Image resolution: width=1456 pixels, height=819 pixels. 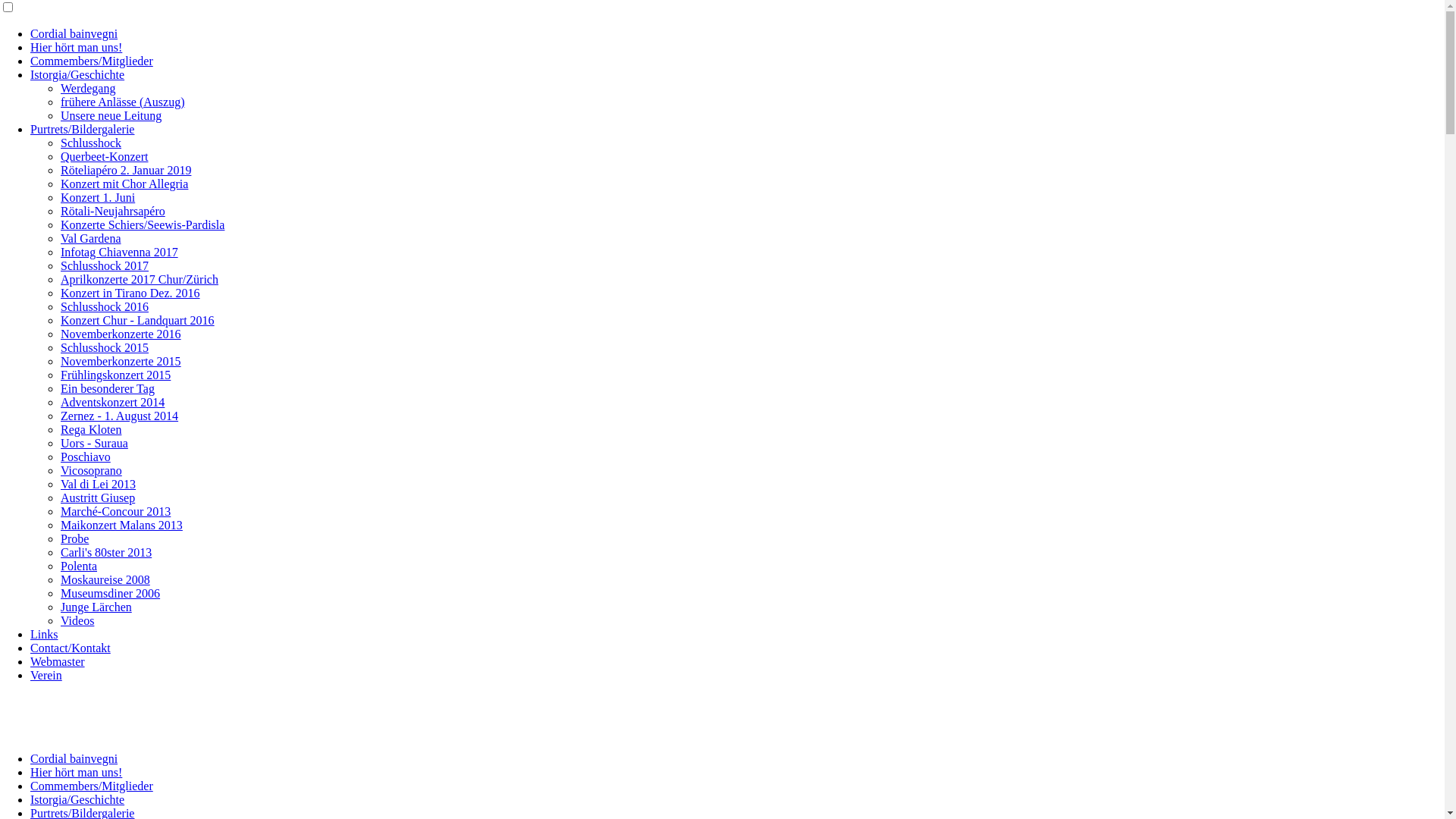 What do you see at coordinates (76, 620) in the screenshot?
I see `'Videos'` at bounding box center [76, 620].